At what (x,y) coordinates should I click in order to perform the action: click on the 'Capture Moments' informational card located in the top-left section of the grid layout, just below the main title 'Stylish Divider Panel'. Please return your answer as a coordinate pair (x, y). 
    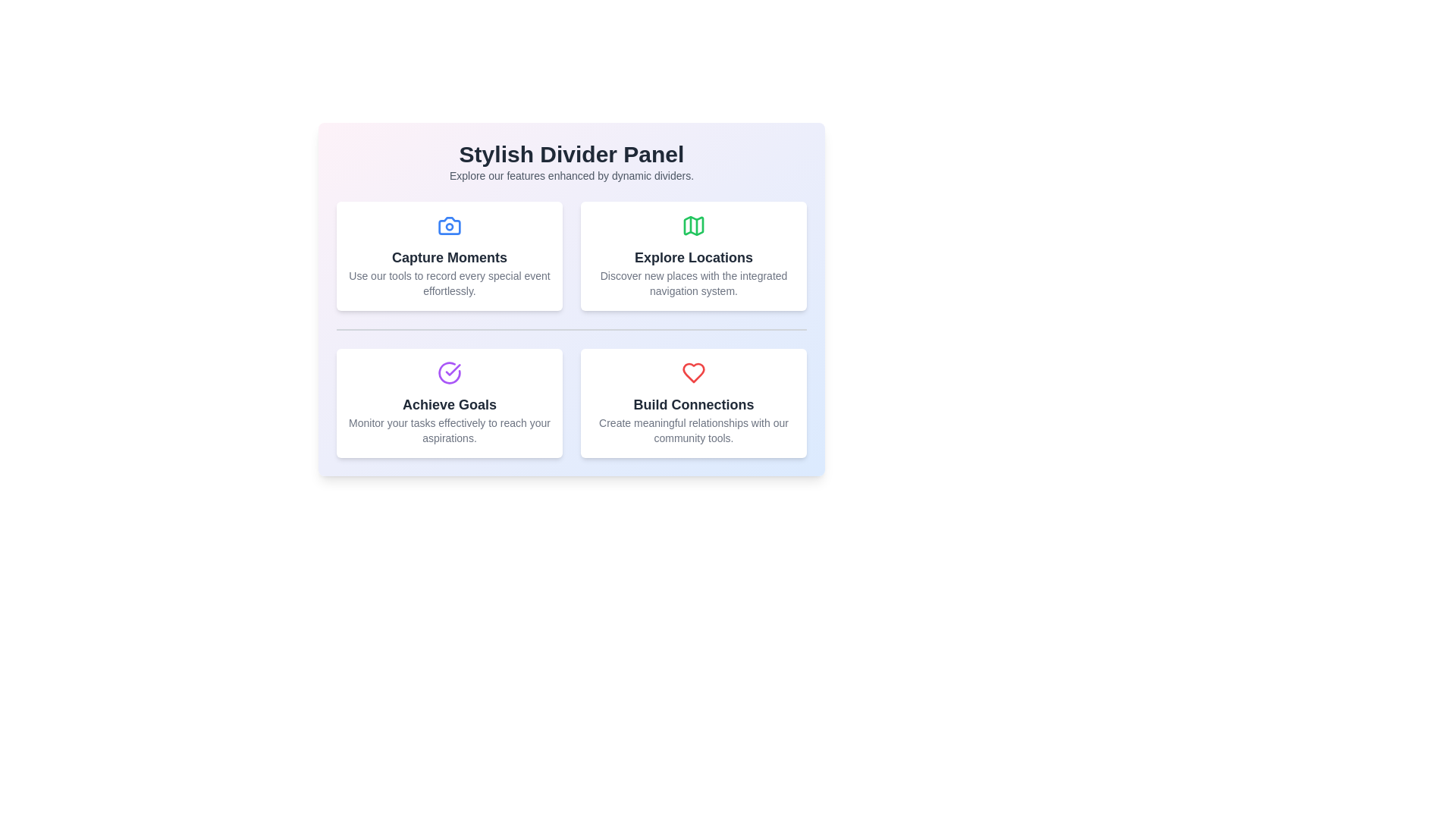
    Looking at the image, I should click on (449, 256).